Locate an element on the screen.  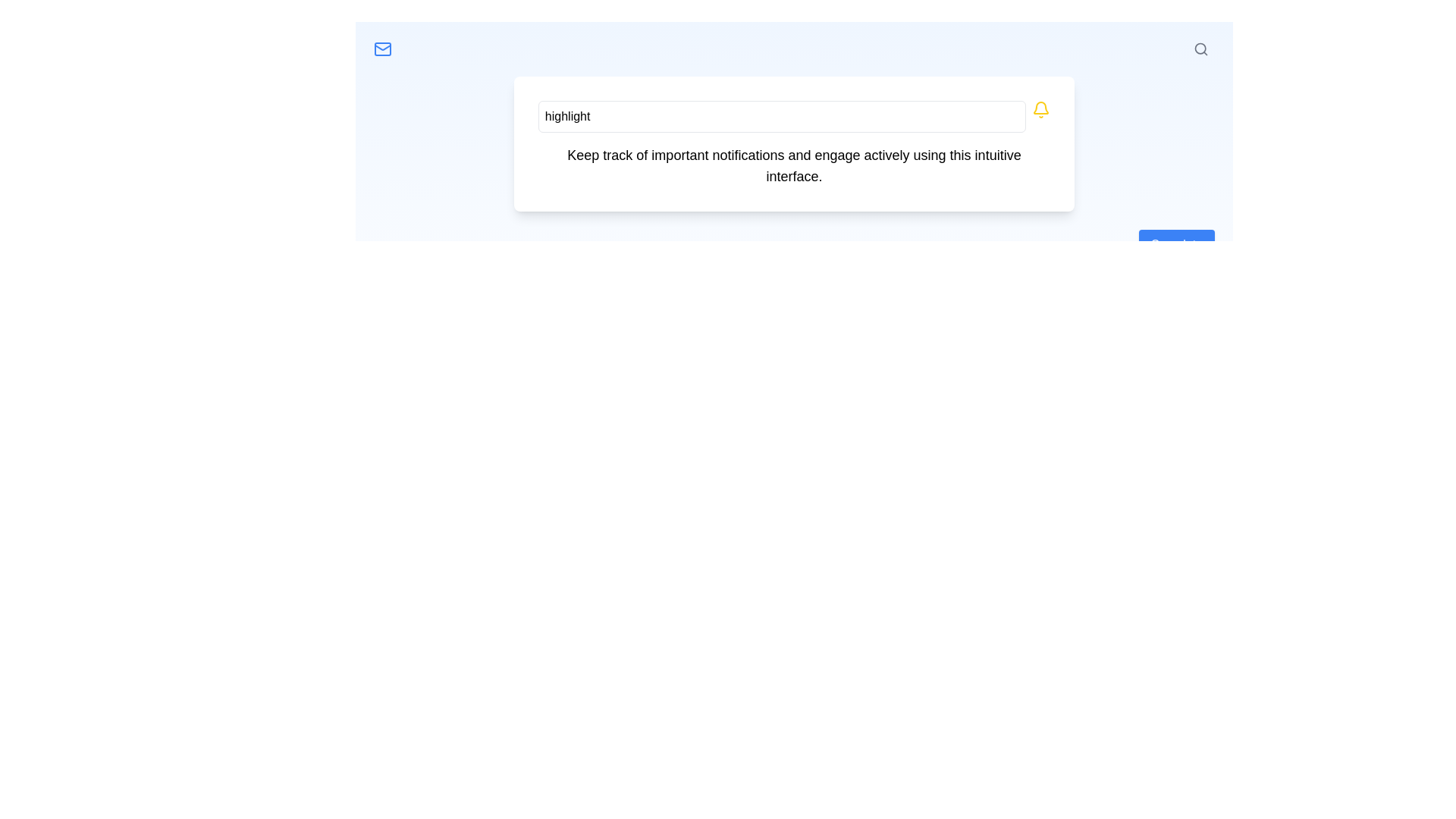
the vibrant blue envelope icon located at the top-left corner of the interface is located at coordinates (382, 49).